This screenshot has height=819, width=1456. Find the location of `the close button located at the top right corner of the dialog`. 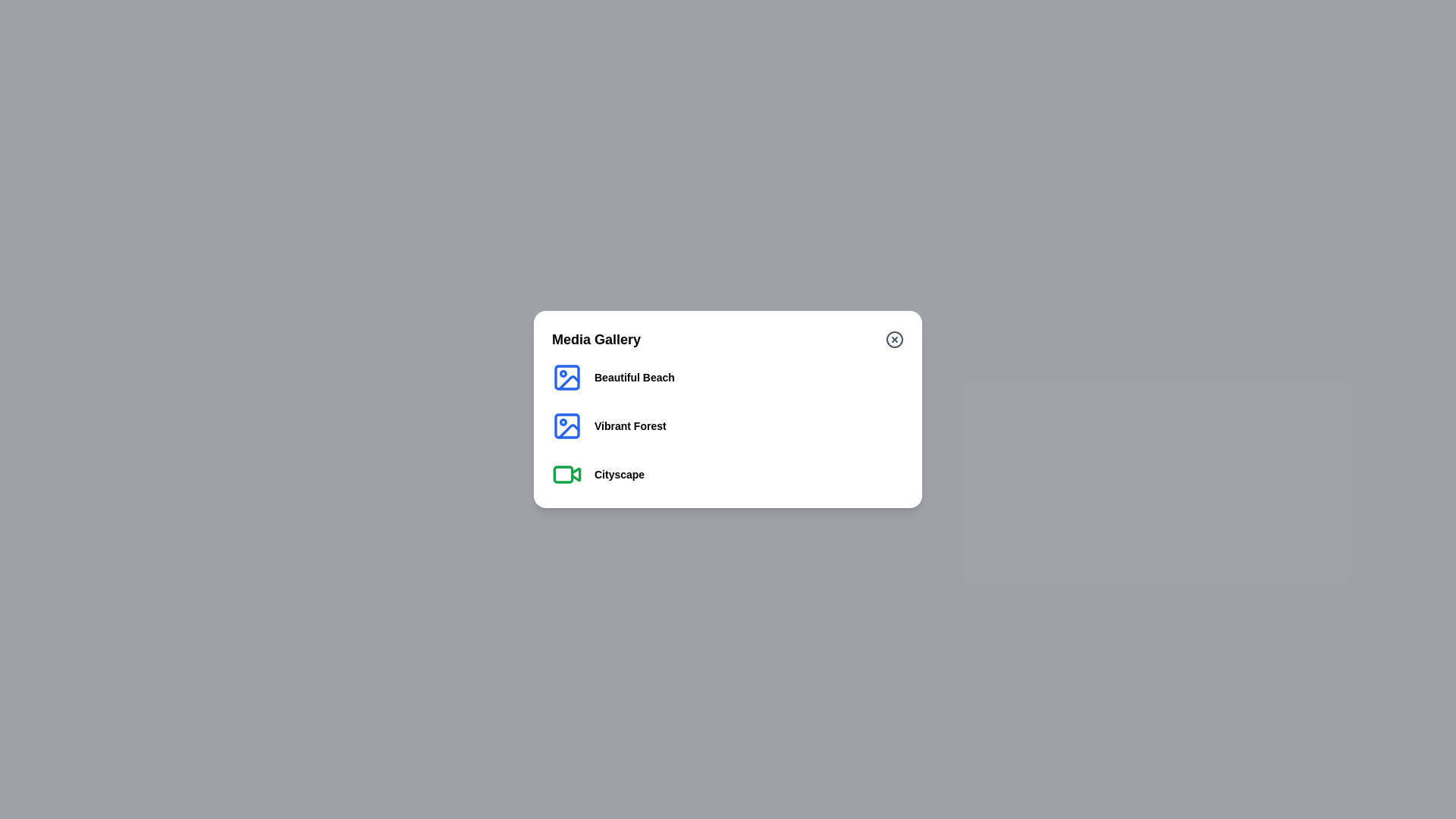

the close button located at the top right corner of the dialog is located at coordinates (895, 338).